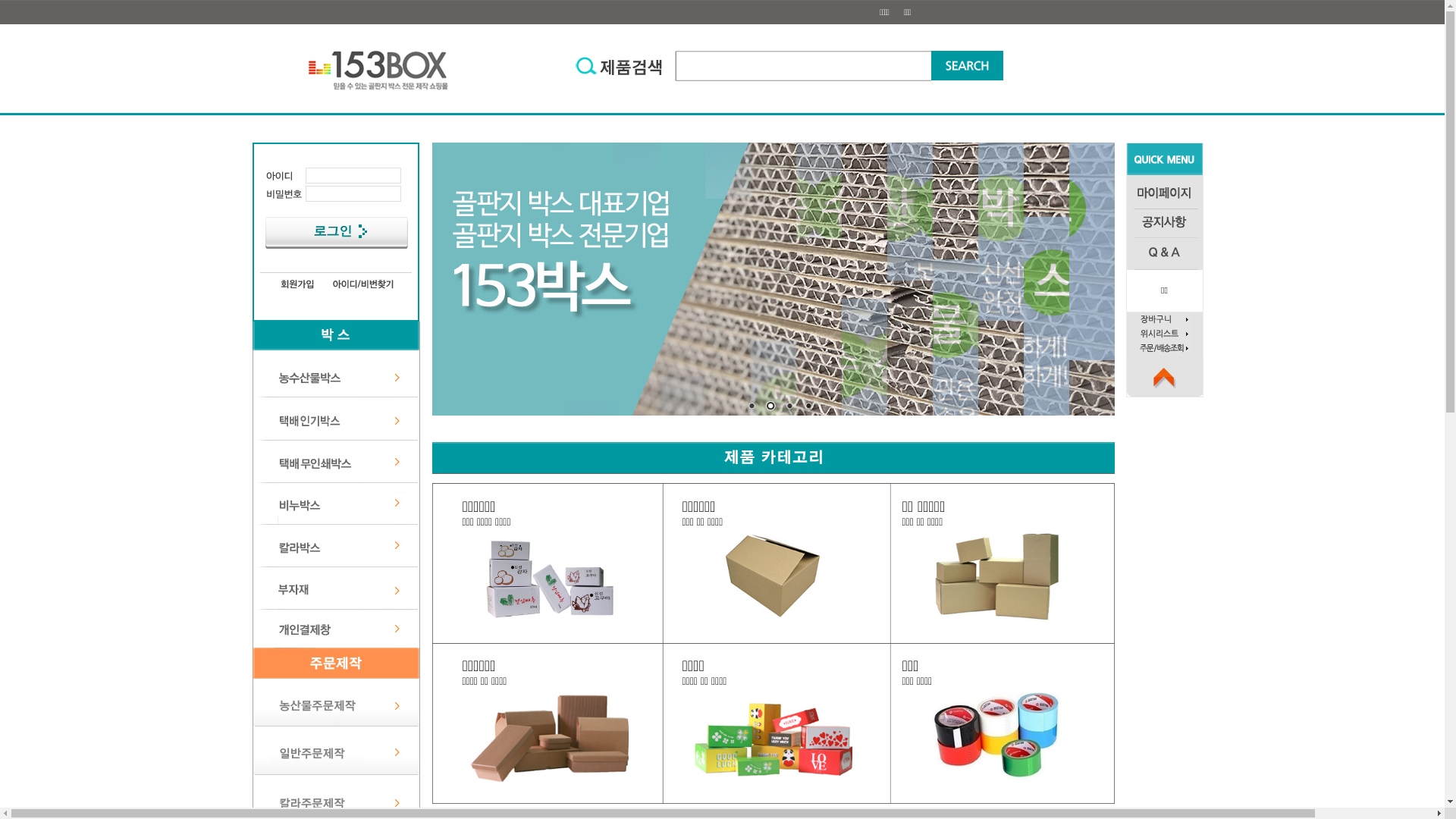  What do you see at coordinates (761, 406) in the screenshot?
I see `'2'` at bounding box center [761, 406].